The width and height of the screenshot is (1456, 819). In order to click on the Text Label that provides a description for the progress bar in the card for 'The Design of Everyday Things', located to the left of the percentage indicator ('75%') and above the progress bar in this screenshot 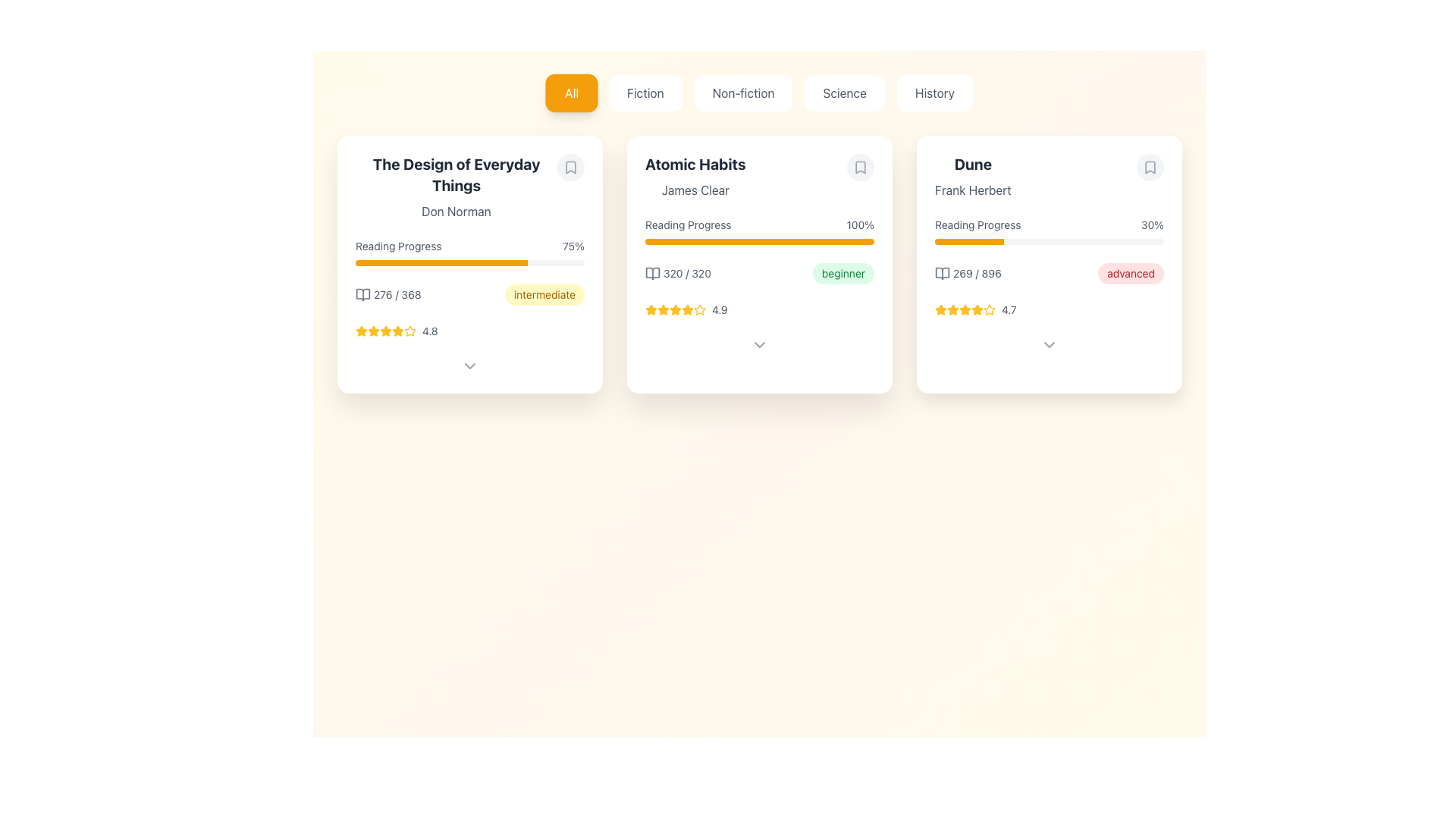, I will do `click(398, 245)`.